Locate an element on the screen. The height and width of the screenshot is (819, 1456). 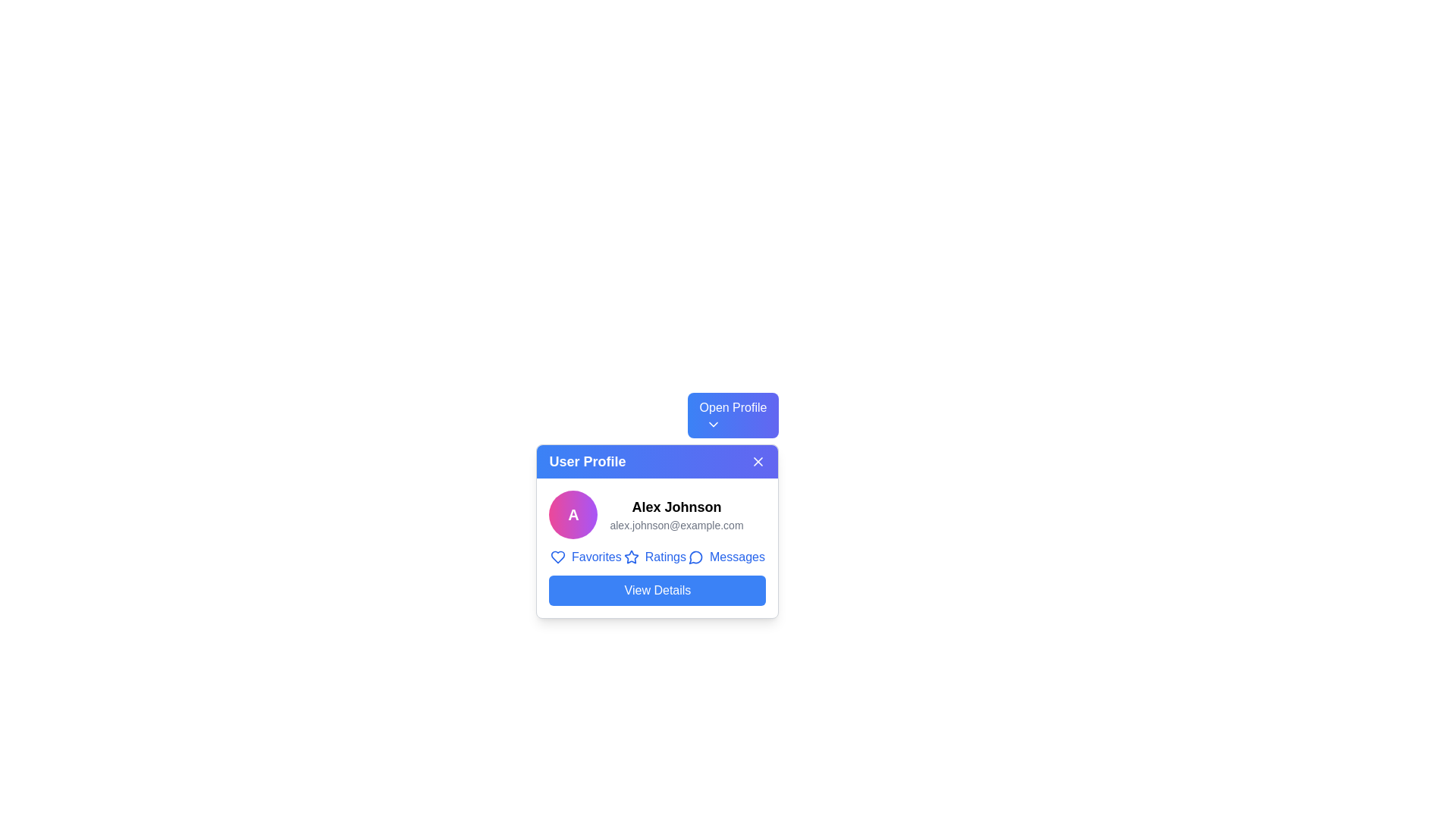
the navigation link in the User Profile section is located at coordinates (657, 548).